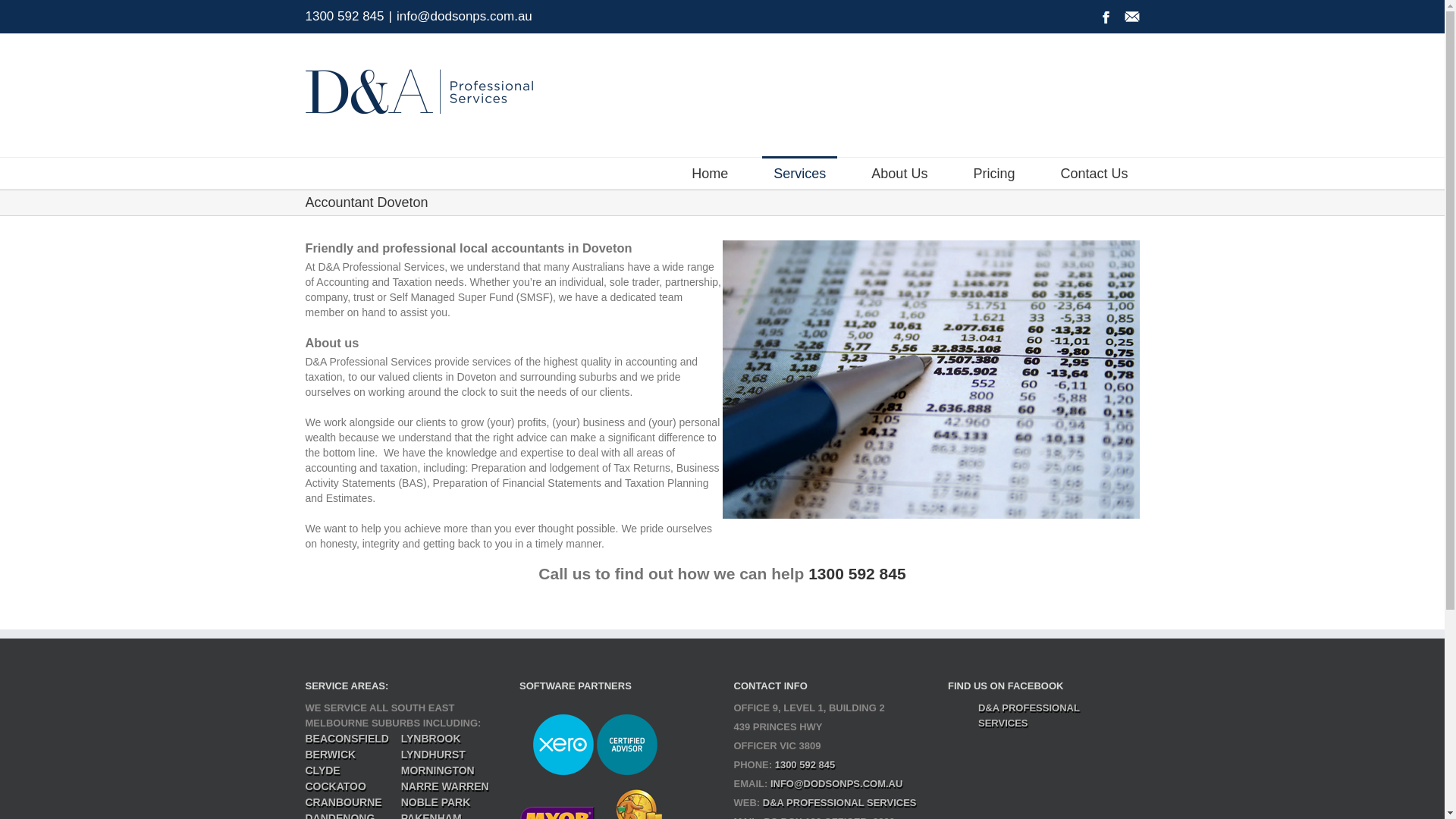 This screenshot has height=819, width=1456. I want to click on 'MORNINGTON', so click(437, 770).